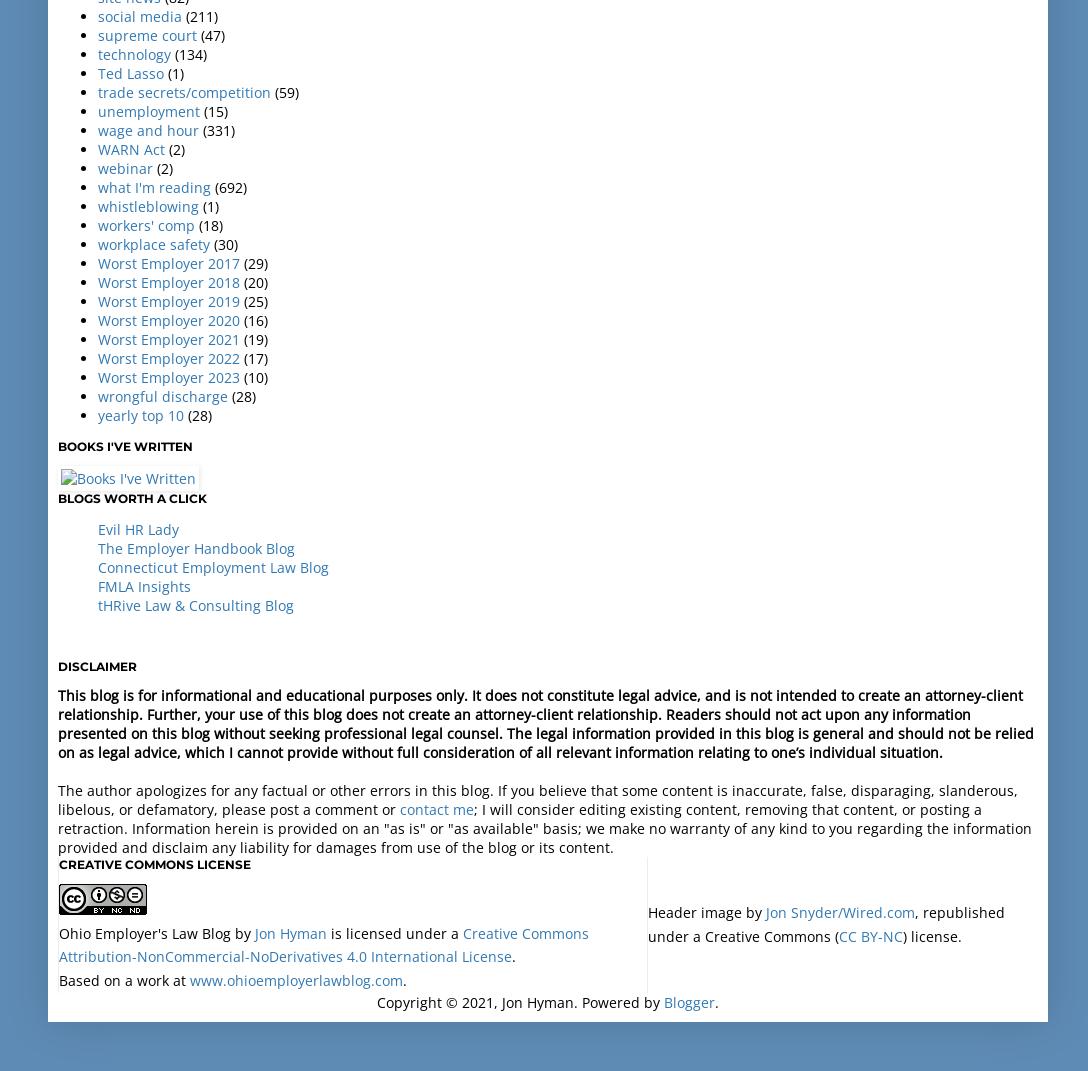 This screenshot has height=1071, width=1088. Describe the element at coordinates (98, 566) in the screenshot. I see `'Connecticut Employment Law Blog'` at that location.